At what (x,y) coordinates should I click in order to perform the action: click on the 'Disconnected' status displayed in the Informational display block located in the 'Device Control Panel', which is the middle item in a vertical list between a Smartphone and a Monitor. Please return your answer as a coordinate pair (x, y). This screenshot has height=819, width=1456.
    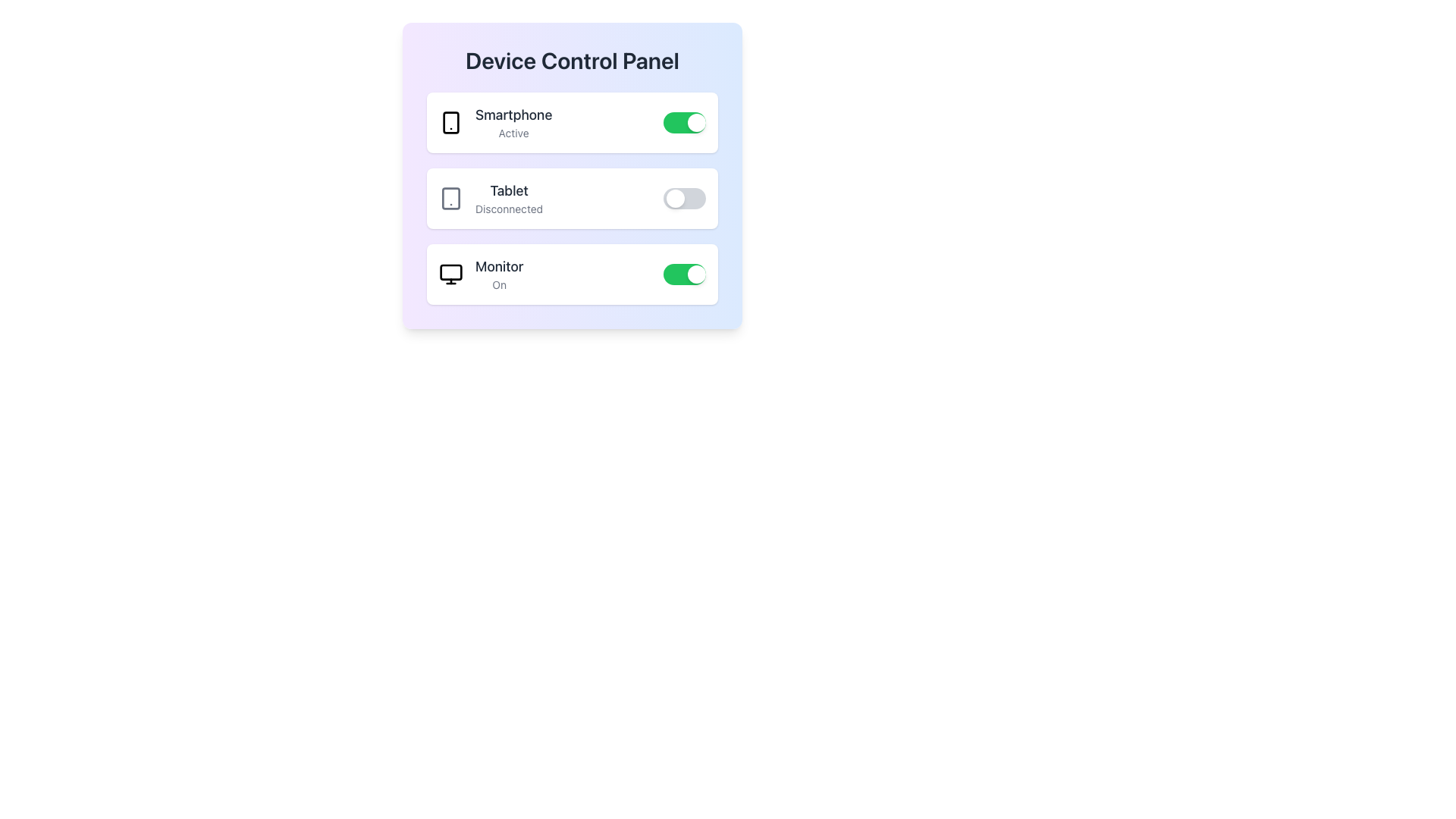
    Looking at the image, I should click on (491, 198).